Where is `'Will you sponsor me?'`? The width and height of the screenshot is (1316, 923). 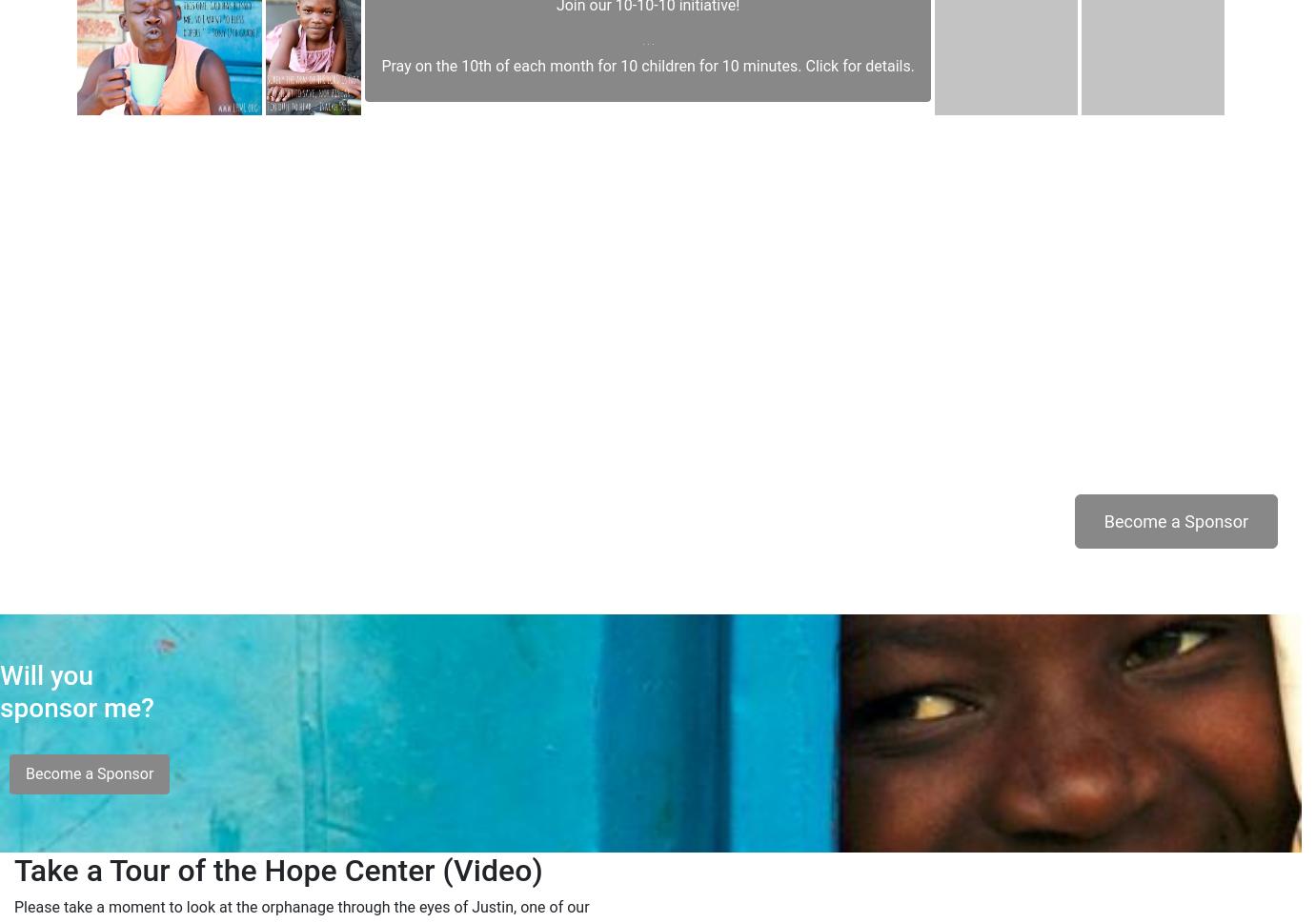
'Will you sponsor me?' is located at coordinates (1131, 382).